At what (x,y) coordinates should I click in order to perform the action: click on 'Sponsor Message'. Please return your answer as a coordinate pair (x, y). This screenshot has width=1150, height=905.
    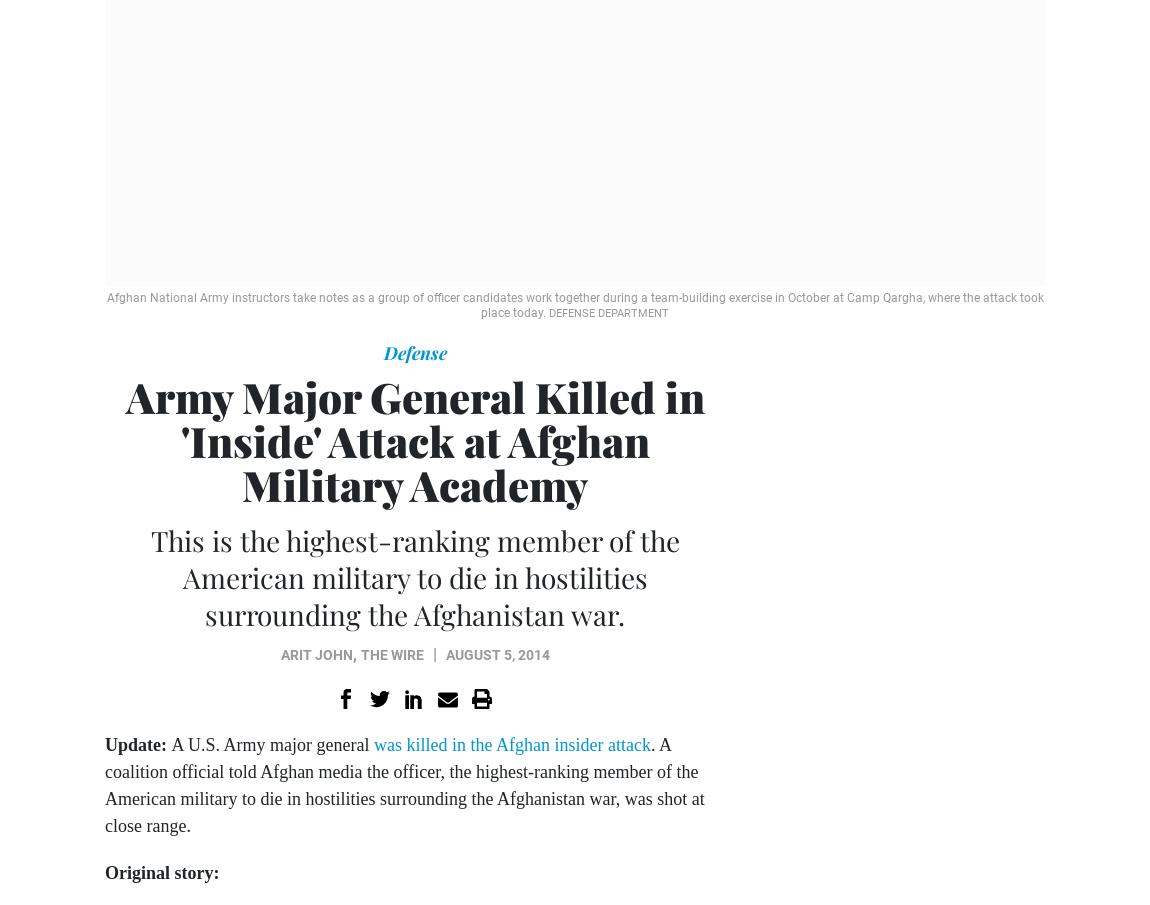
    Looking at the image, I should click on (894, 345).